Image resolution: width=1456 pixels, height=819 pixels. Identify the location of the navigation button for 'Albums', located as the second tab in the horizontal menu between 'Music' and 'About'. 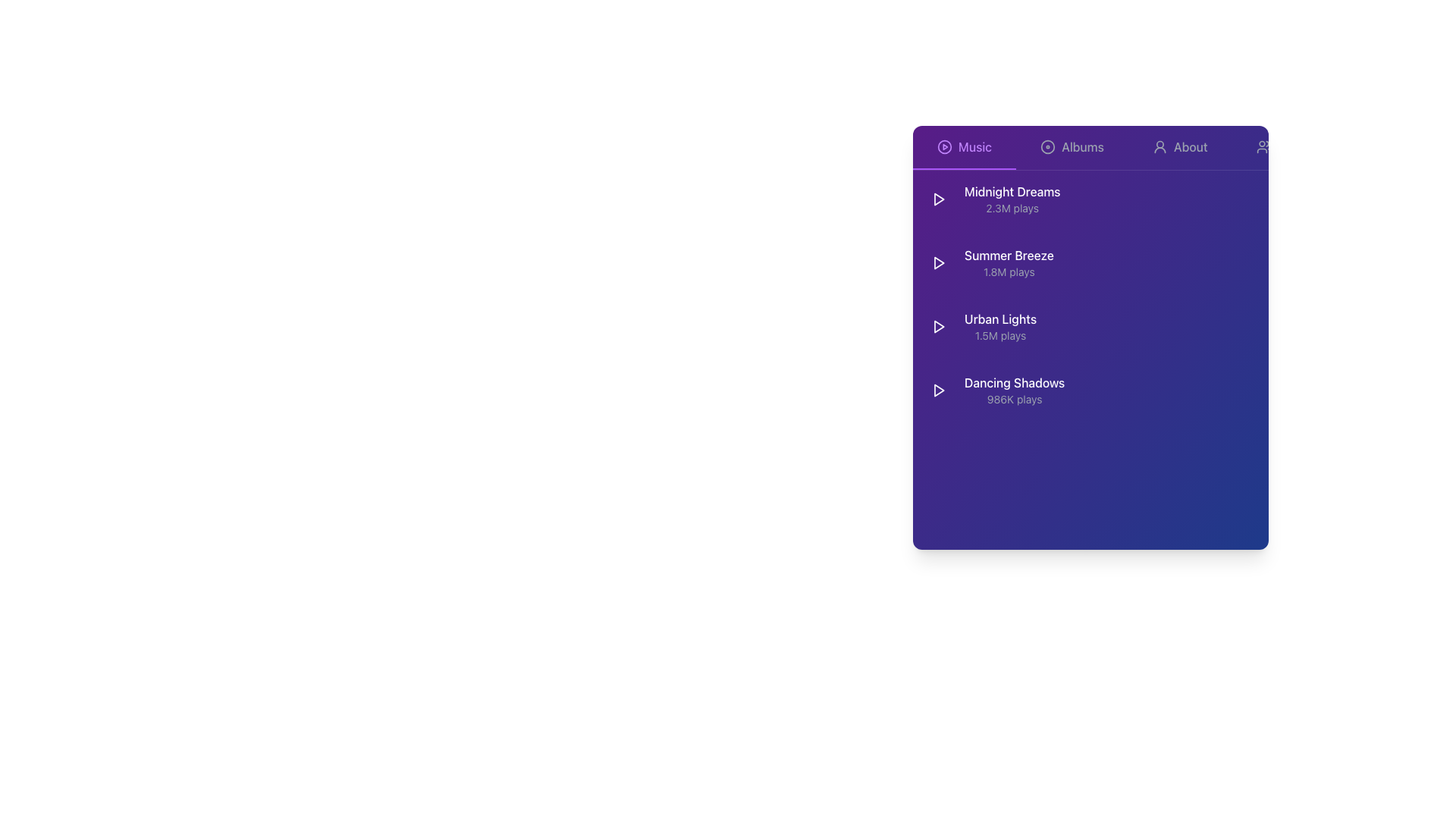
(1072, 148).